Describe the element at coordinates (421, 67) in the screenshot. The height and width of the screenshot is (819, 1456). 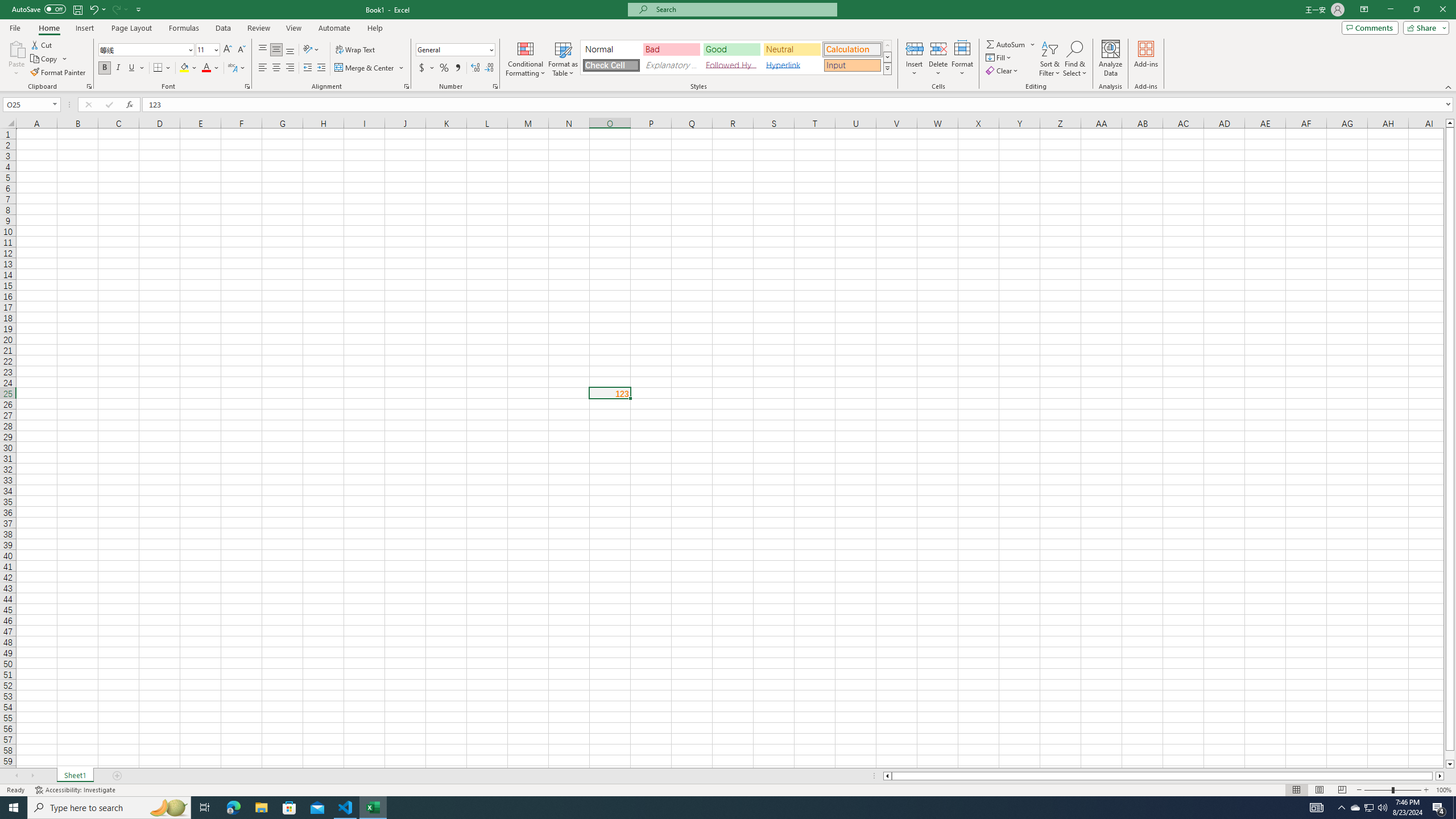
I see `'Accounting Number Format'` at that location.